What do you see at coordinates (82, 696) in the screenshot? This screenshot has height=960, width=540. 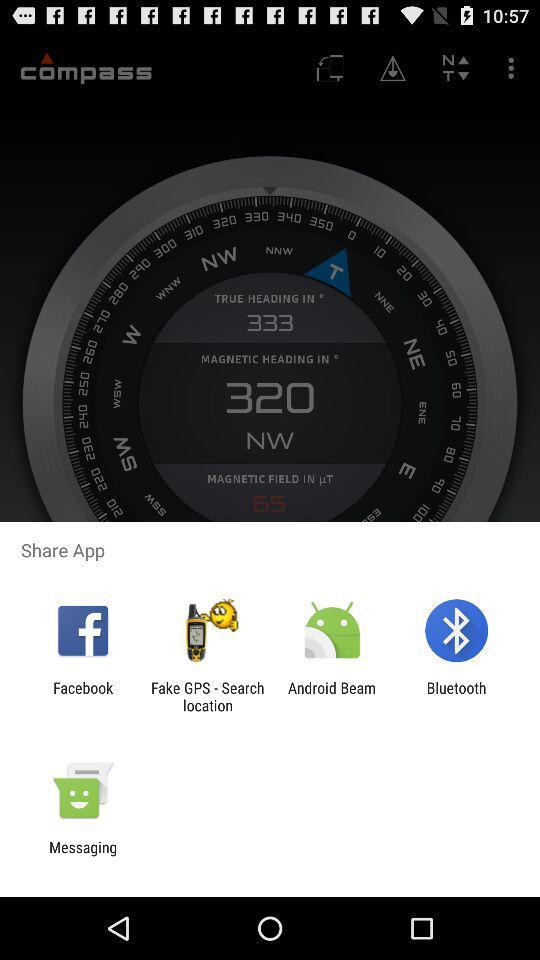 I see `the facebook item` at bounding box center [82, 696].